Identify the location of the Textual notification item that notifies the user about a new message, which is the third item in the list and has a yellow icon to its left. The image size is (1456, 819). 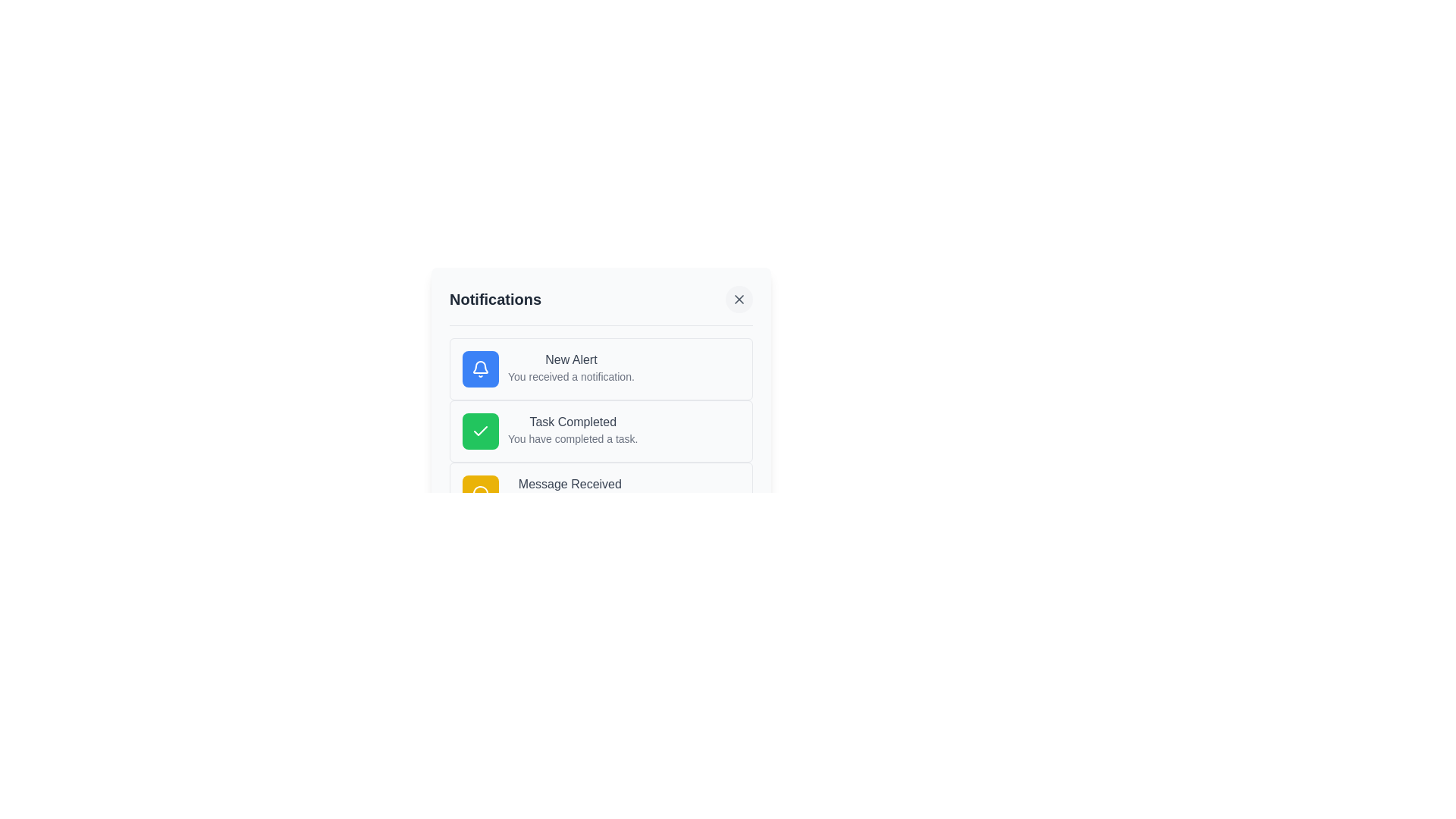
(569, 491).